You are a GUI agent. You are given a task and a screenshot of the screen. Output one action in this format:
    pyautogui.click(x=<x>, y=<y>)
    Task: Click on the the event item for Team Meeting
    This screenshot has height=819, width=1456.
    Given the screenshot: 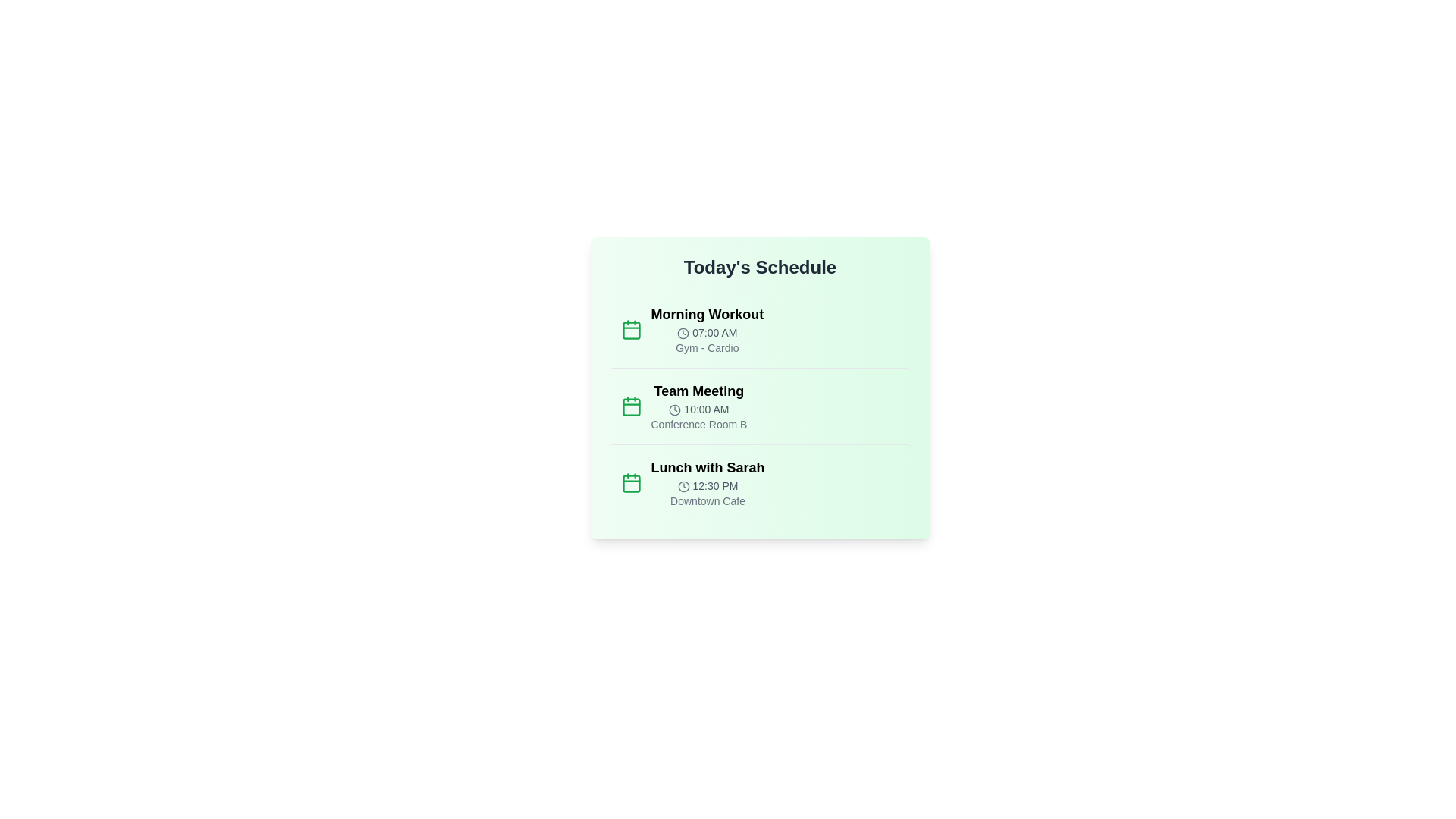 What is the action you would take?
    pyautogui.click(x=760, y=405)
    